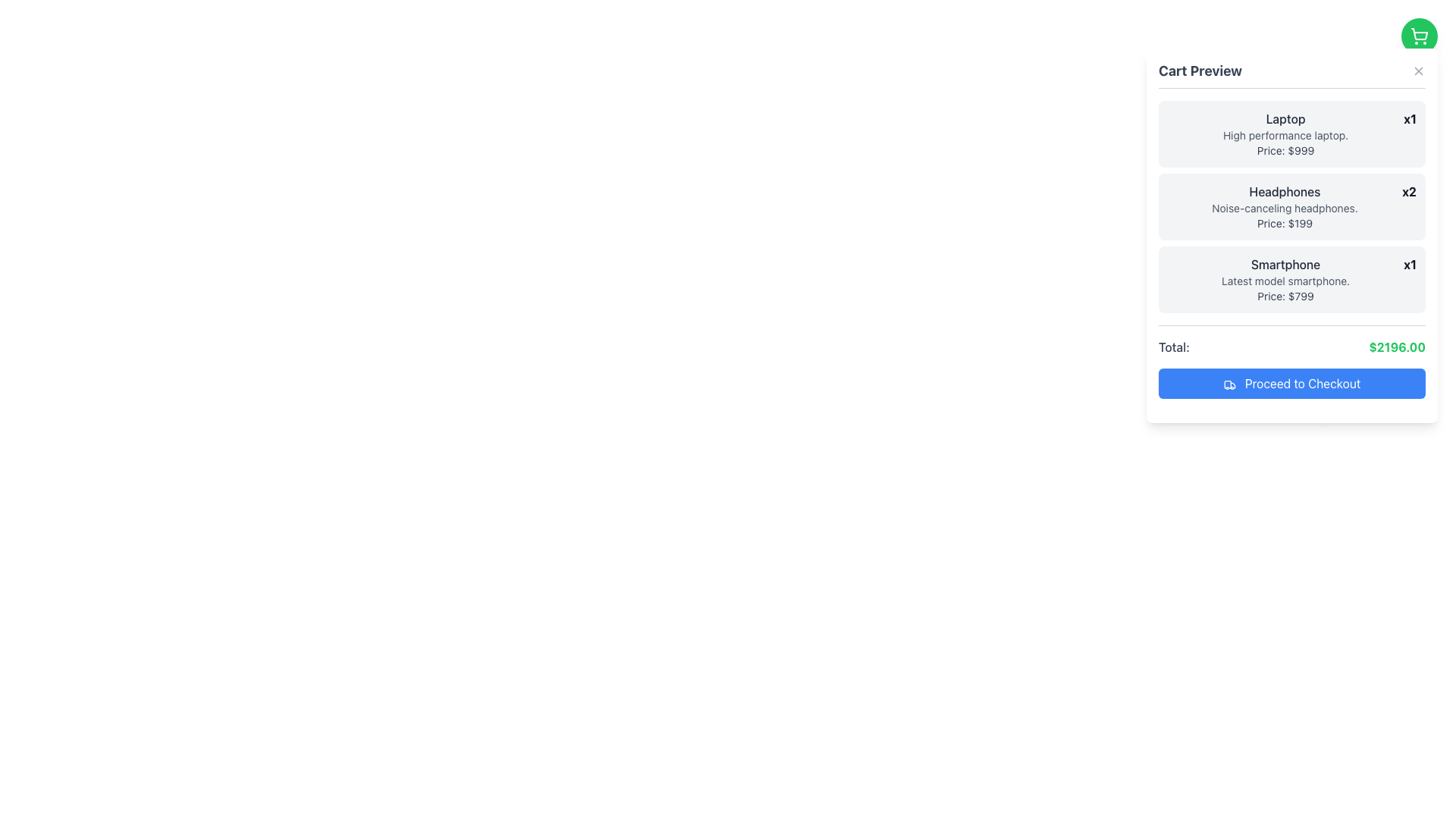 This screenshot has width=1456, height=819. I want to click on the total cost label indicating the value of items in the cart, located at the bottom of the cart preview panel and aligned to the left of the total monetary value, so click(1173, 347).